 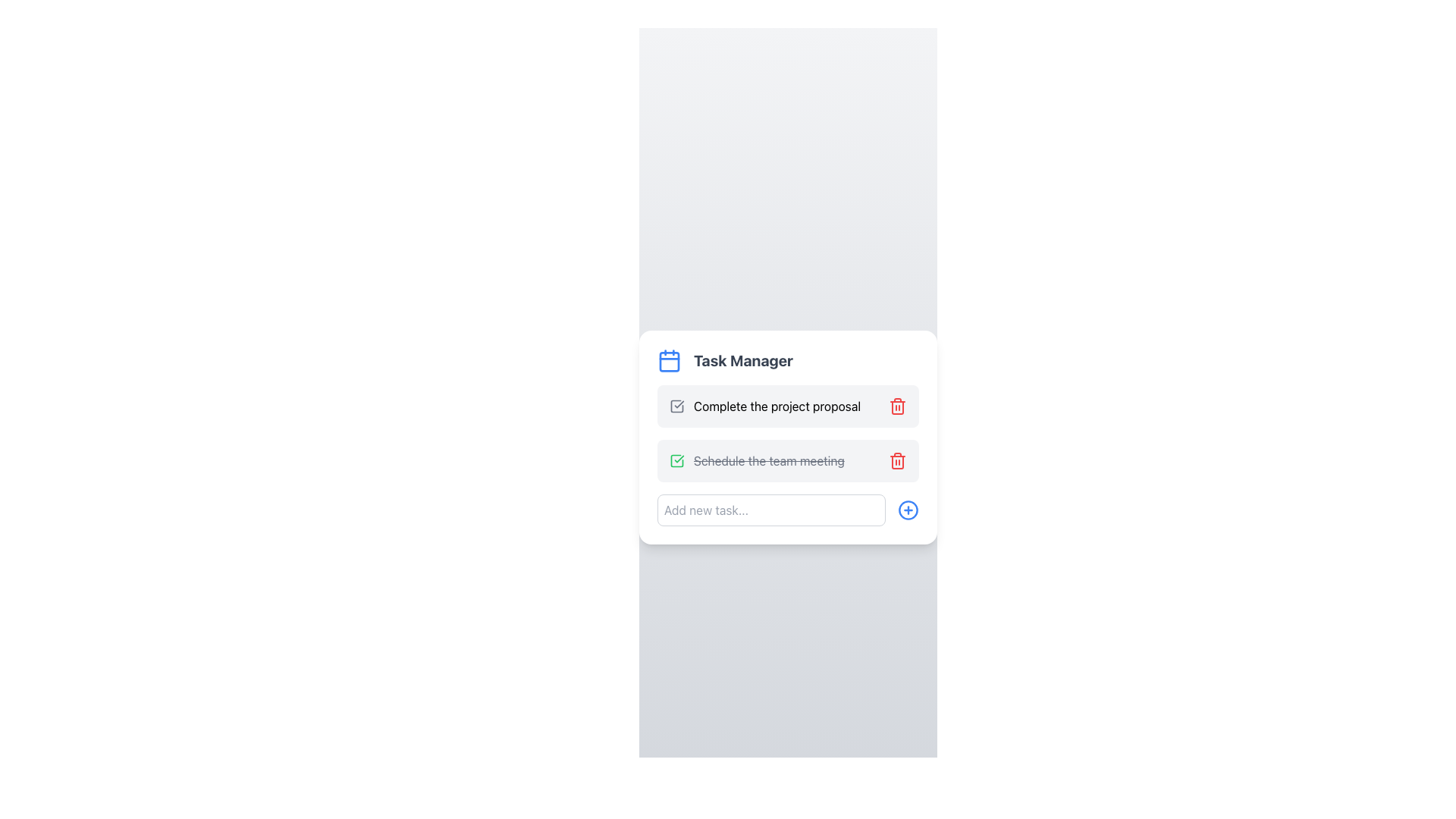 I want to click on the circular blue plus icon located to the far right of the 'Add new task...' input field, so click(x=908, y=510).